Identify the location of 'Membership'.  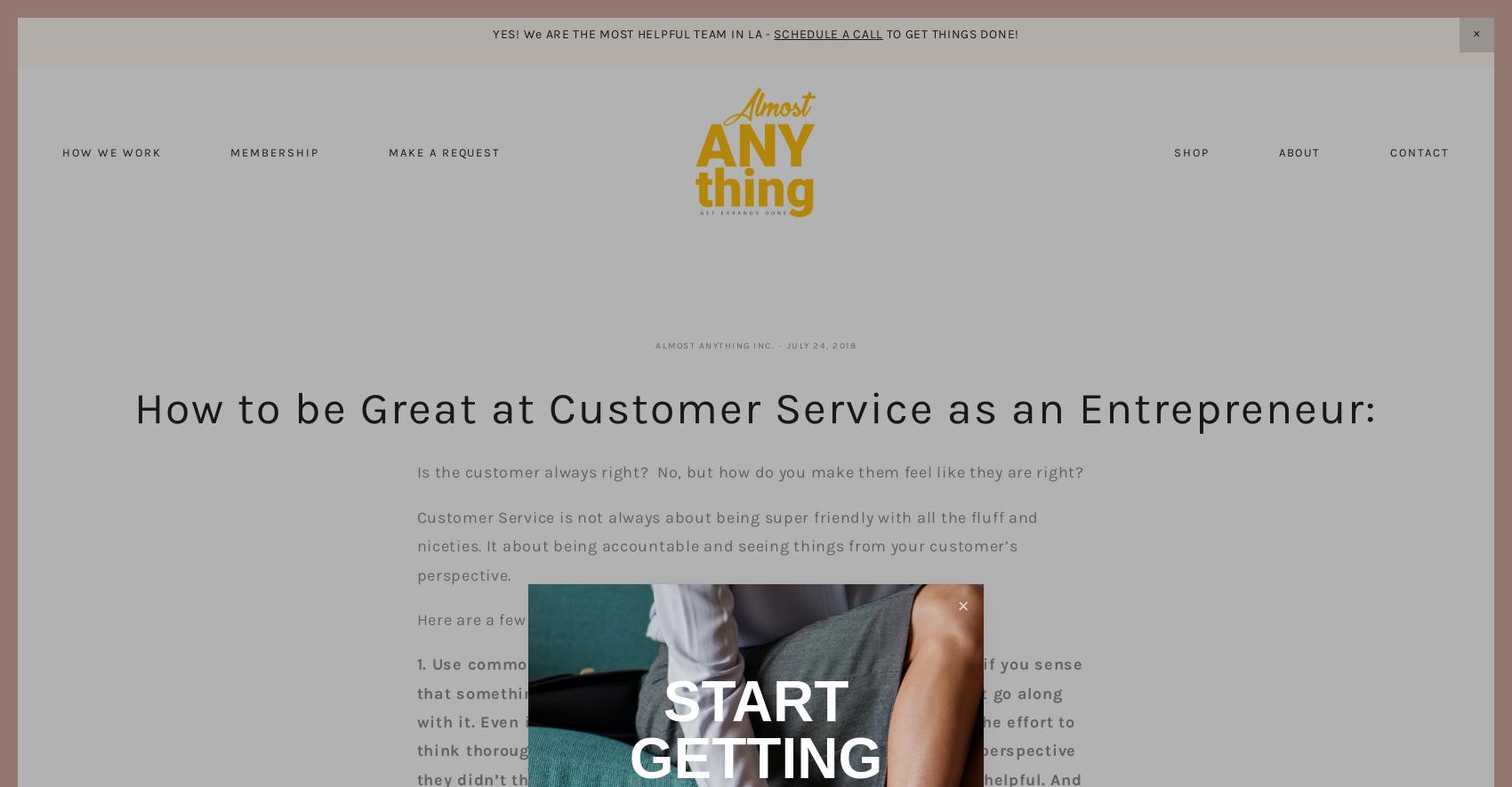
(274, 152).